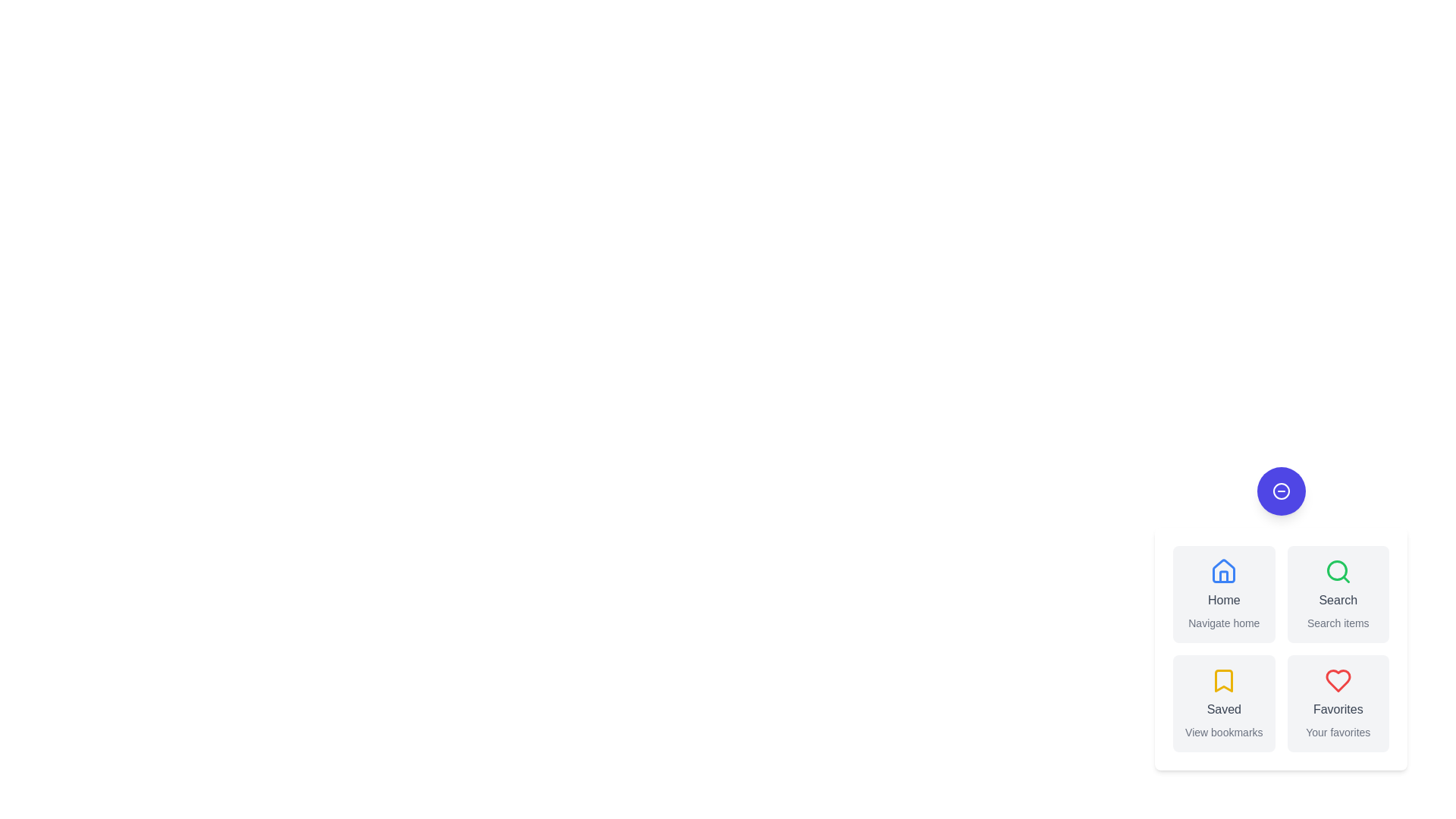  What do you see at coordinates (1280, 491) in the screenshot?
I see `the toggle button to open or close the SpeedDial menu` at bounding box center [1280, 491].